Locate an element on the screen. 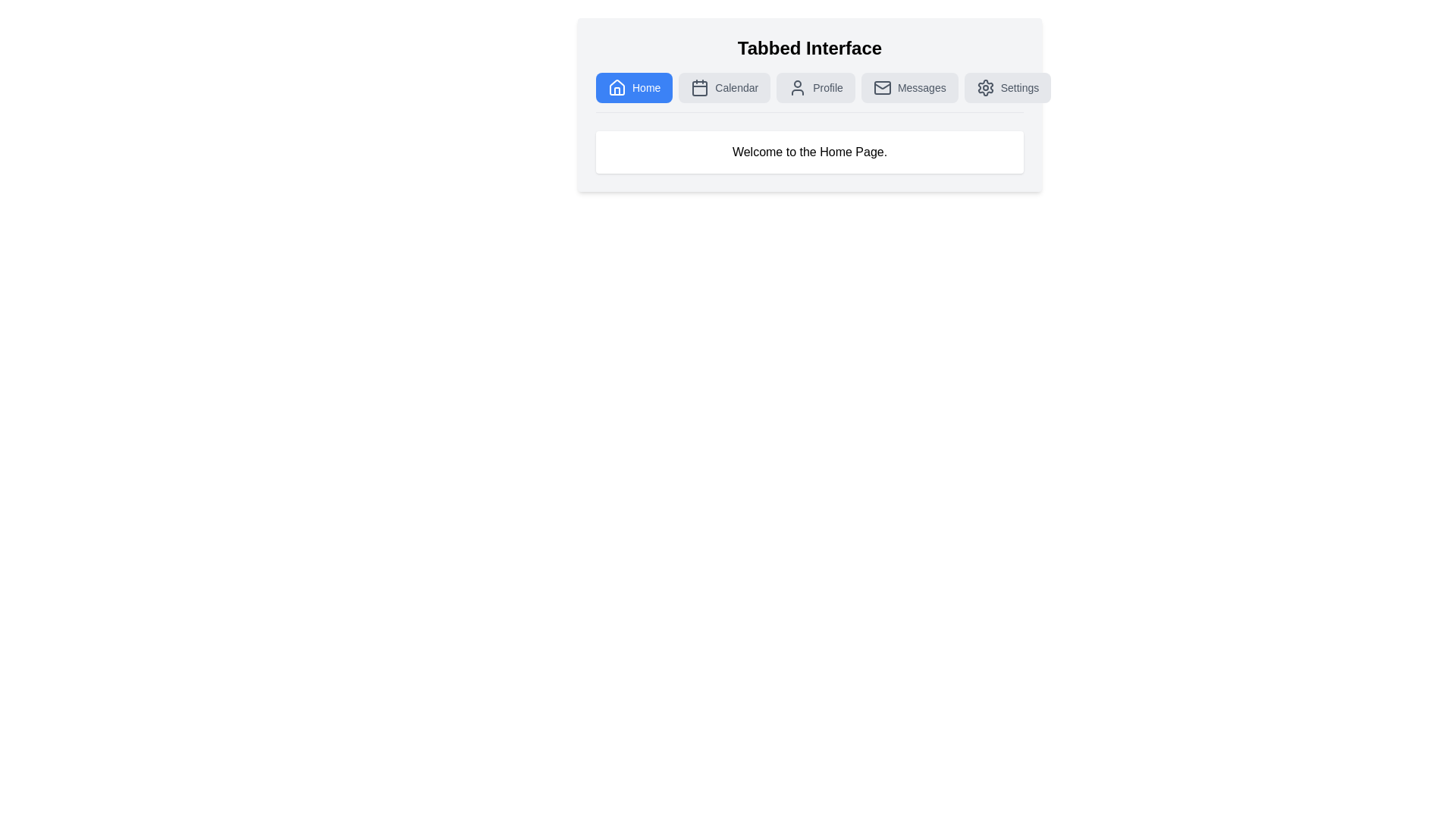 The height and width of the screenshot is (819, 1456). text of the 'Settings' label located at the top right of the navigation interface, which visually indicates its function to access settings-related features is located at coordinates (1019, 87).